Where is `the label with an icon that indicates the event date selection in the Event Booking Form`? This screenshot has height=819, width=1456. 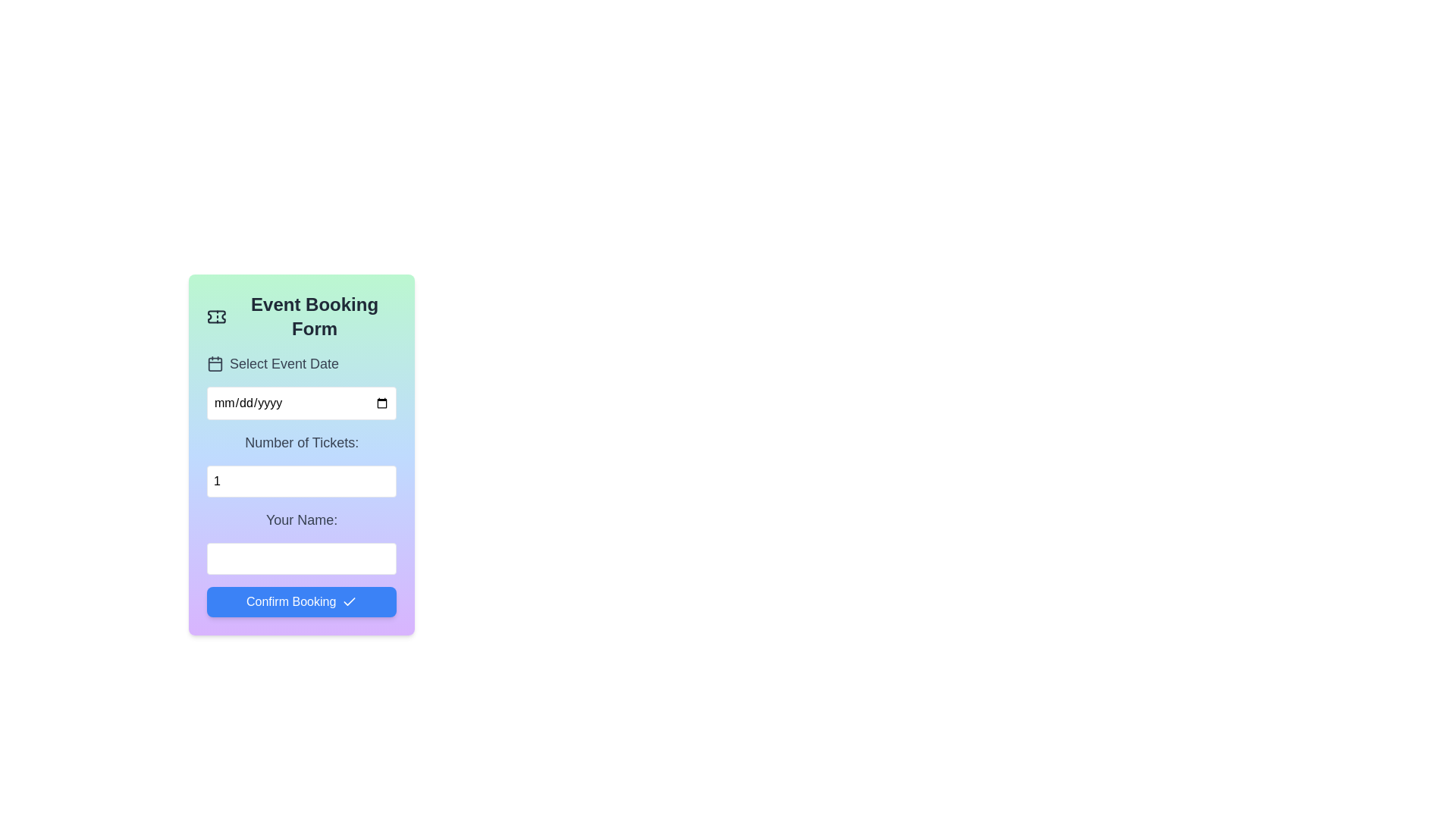
the label with an icon that indicates the event date selection in the Event Booking Form is located at coordinates (302, 363).